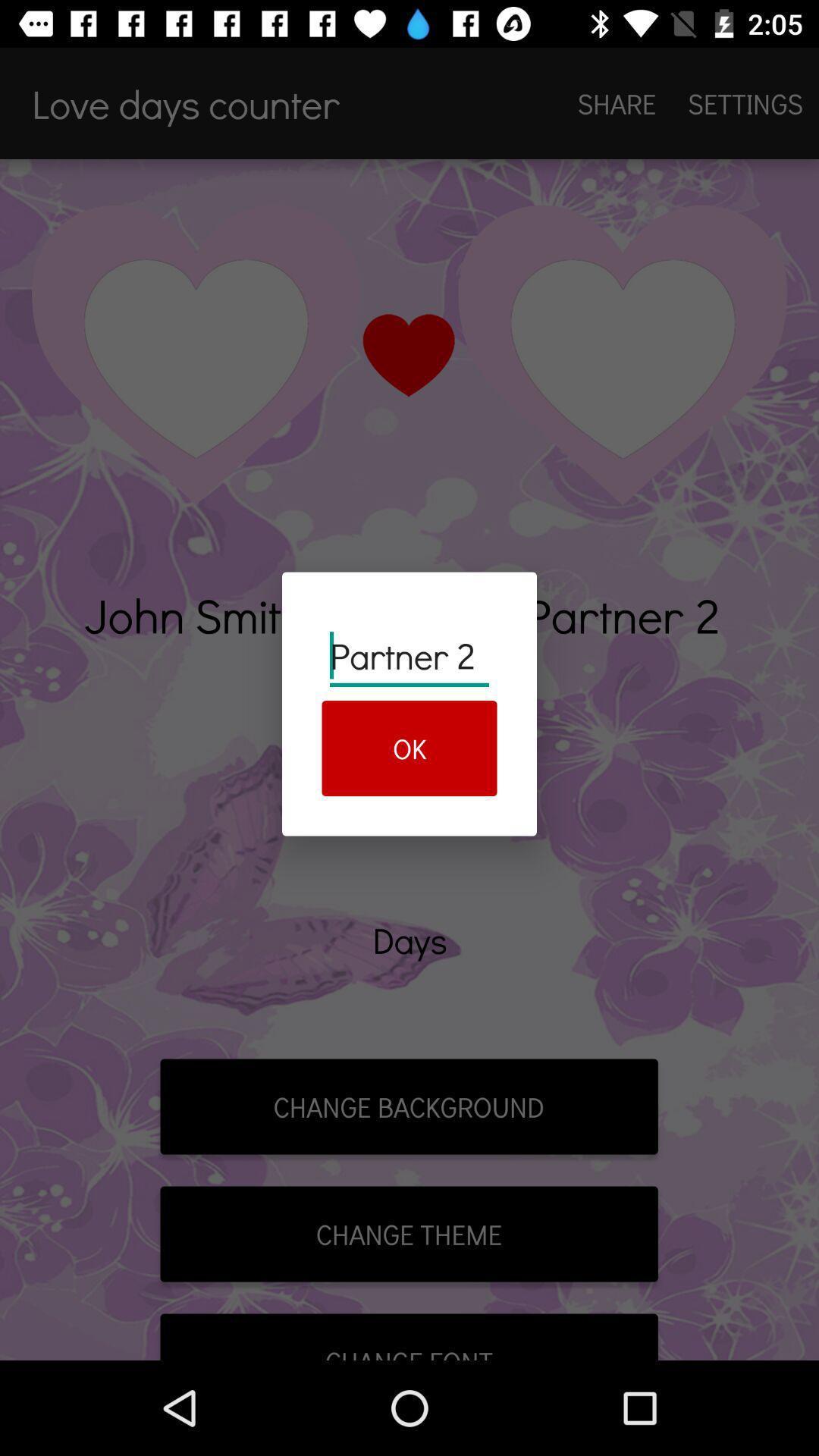  What do you see at coordinates (409, 656) in the screenshot?
I see `the partner 2 item` at bounding box center [409, 656].